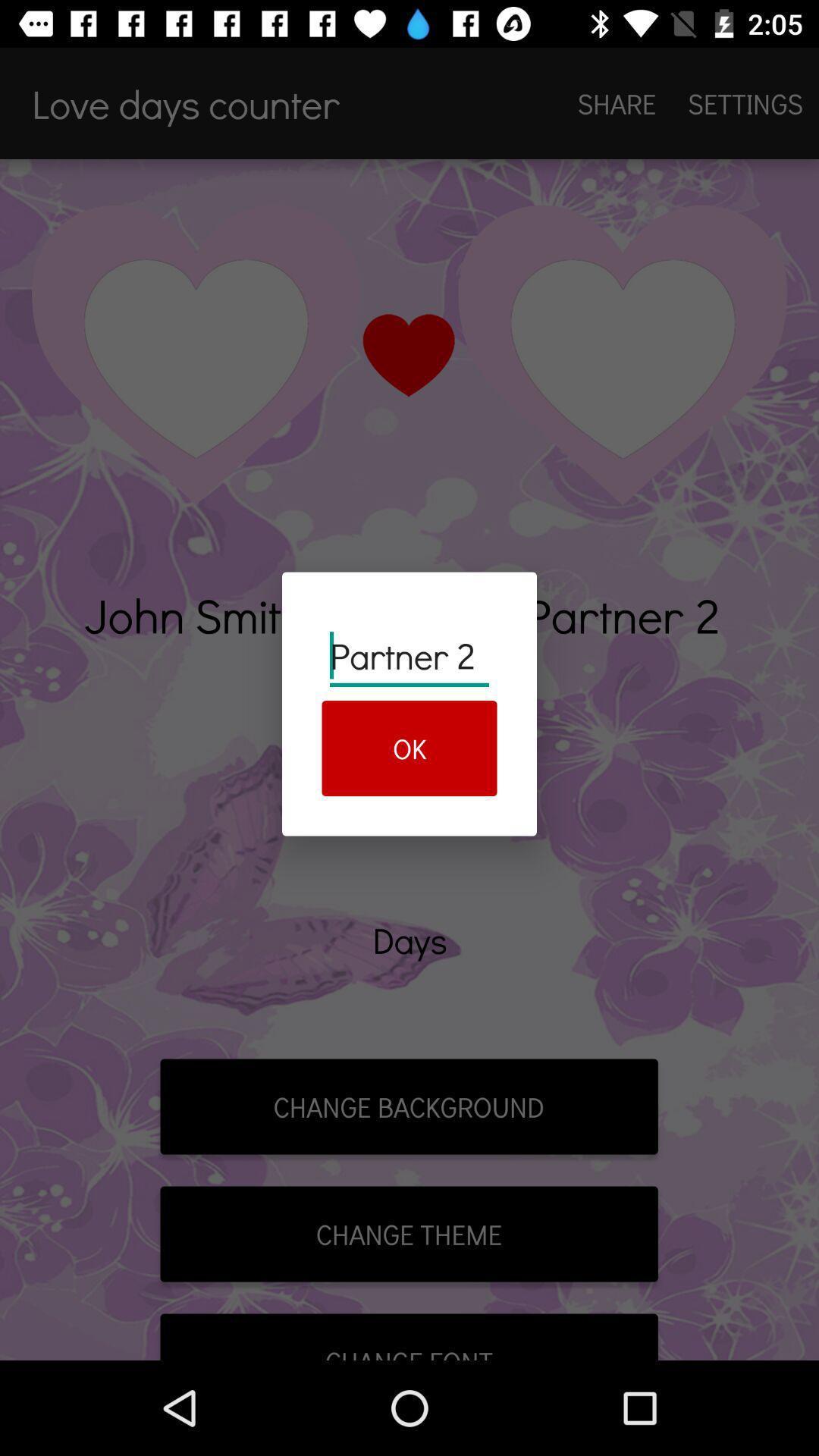  What do you see at coordinates (409, 656) in the screenshot?
I see `the partner 2 item` at bounding box center [409, 656].